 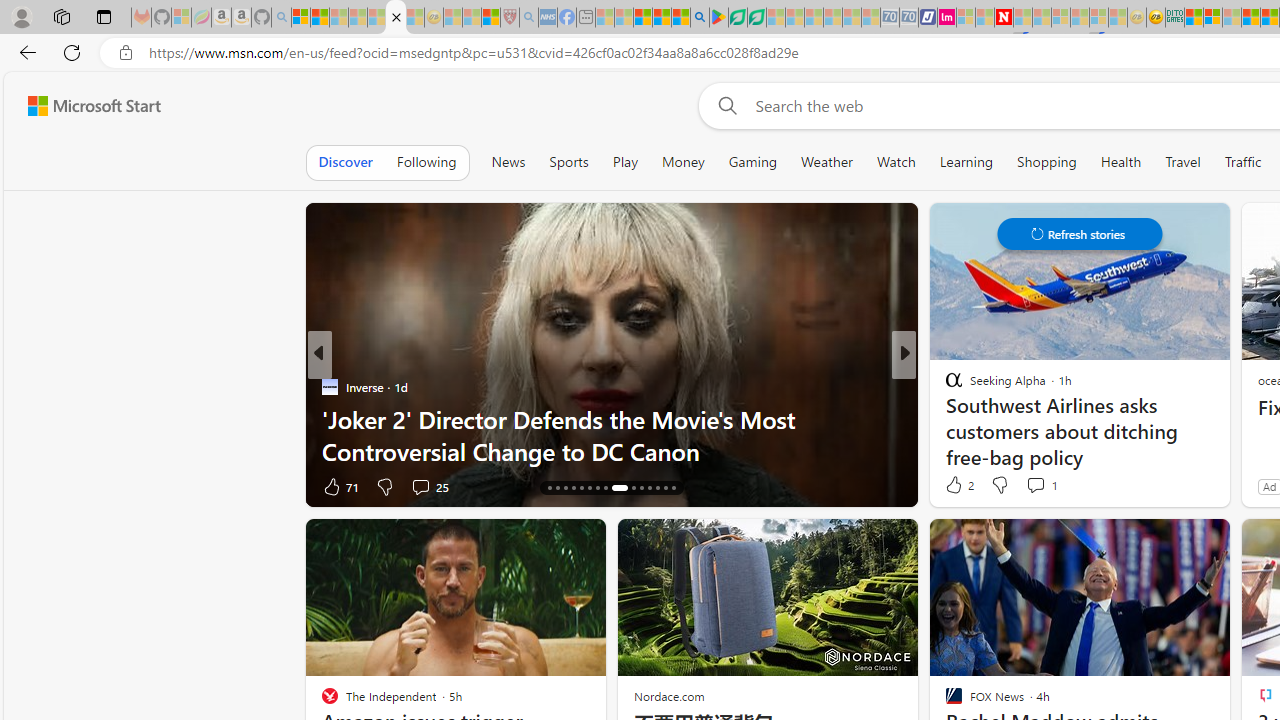 What do you see at coordinates (966, 161) in the screenshot?
I see `'Learning'` at bounding box center [966, 161].